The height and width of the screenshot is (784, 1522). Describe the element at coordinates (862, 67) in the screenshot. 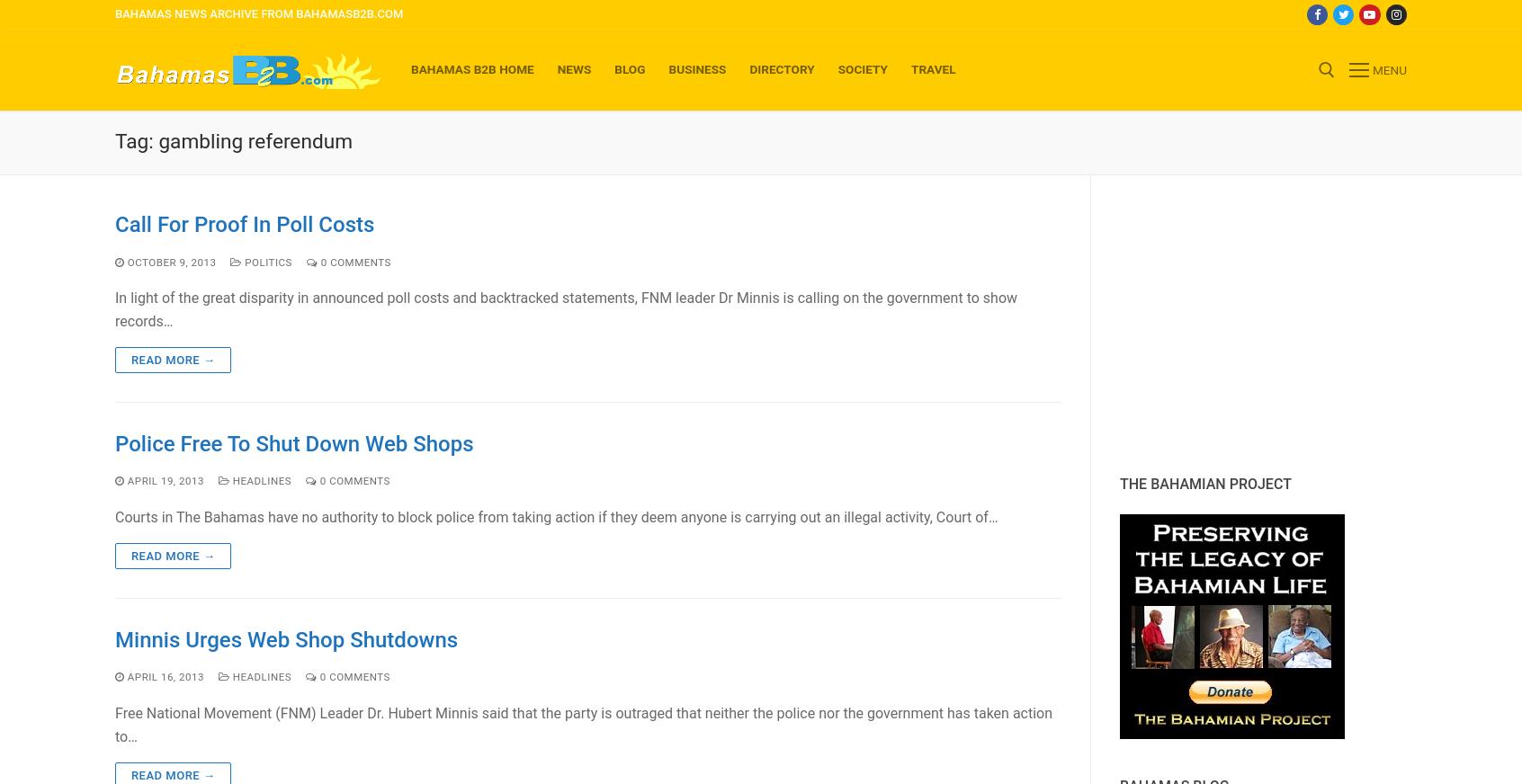

I see `'Society'` at that location.